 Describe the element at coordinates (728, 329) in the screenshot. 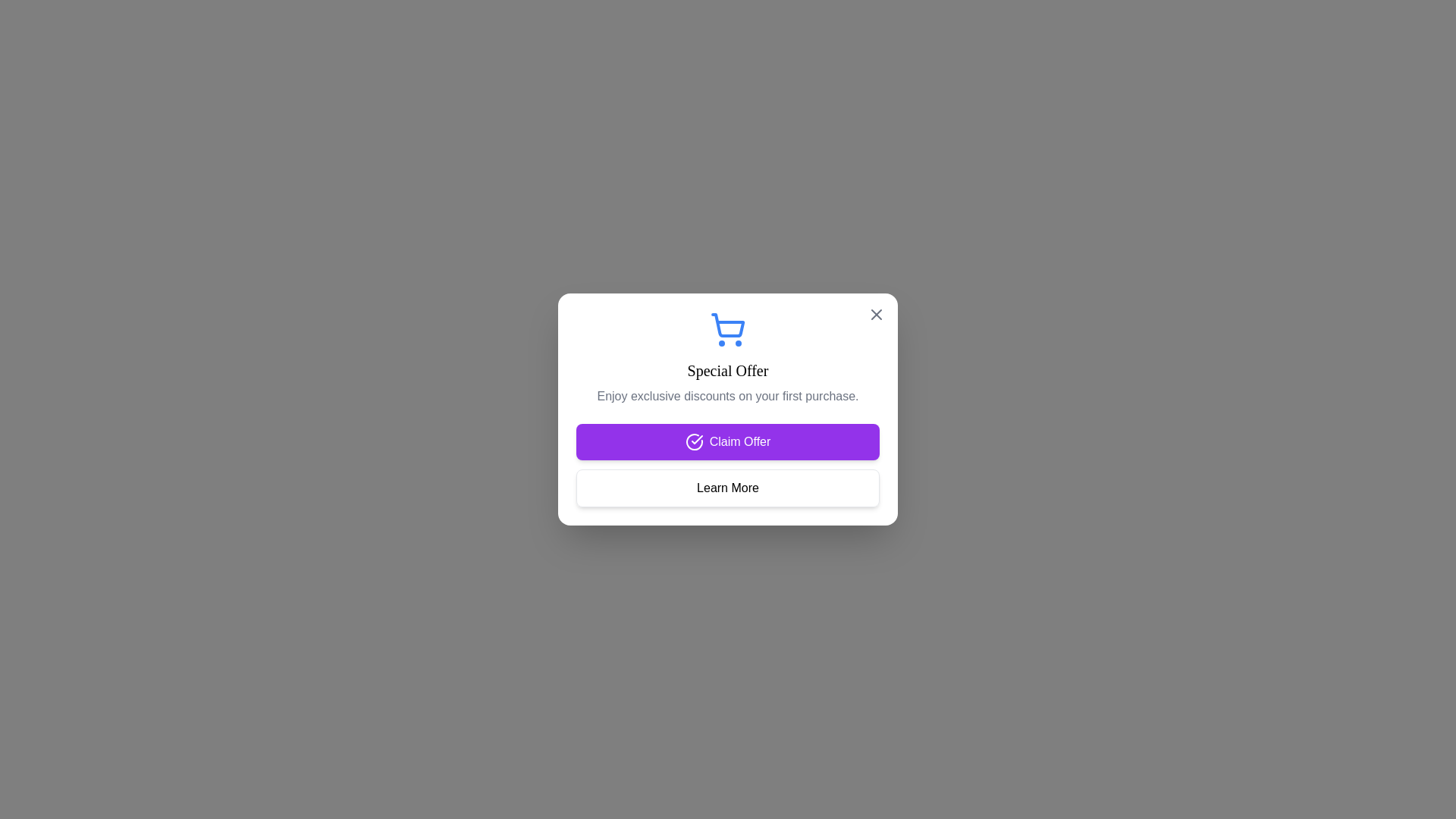

I see `the shopping cart icon to inspect it for additional information` at that location.